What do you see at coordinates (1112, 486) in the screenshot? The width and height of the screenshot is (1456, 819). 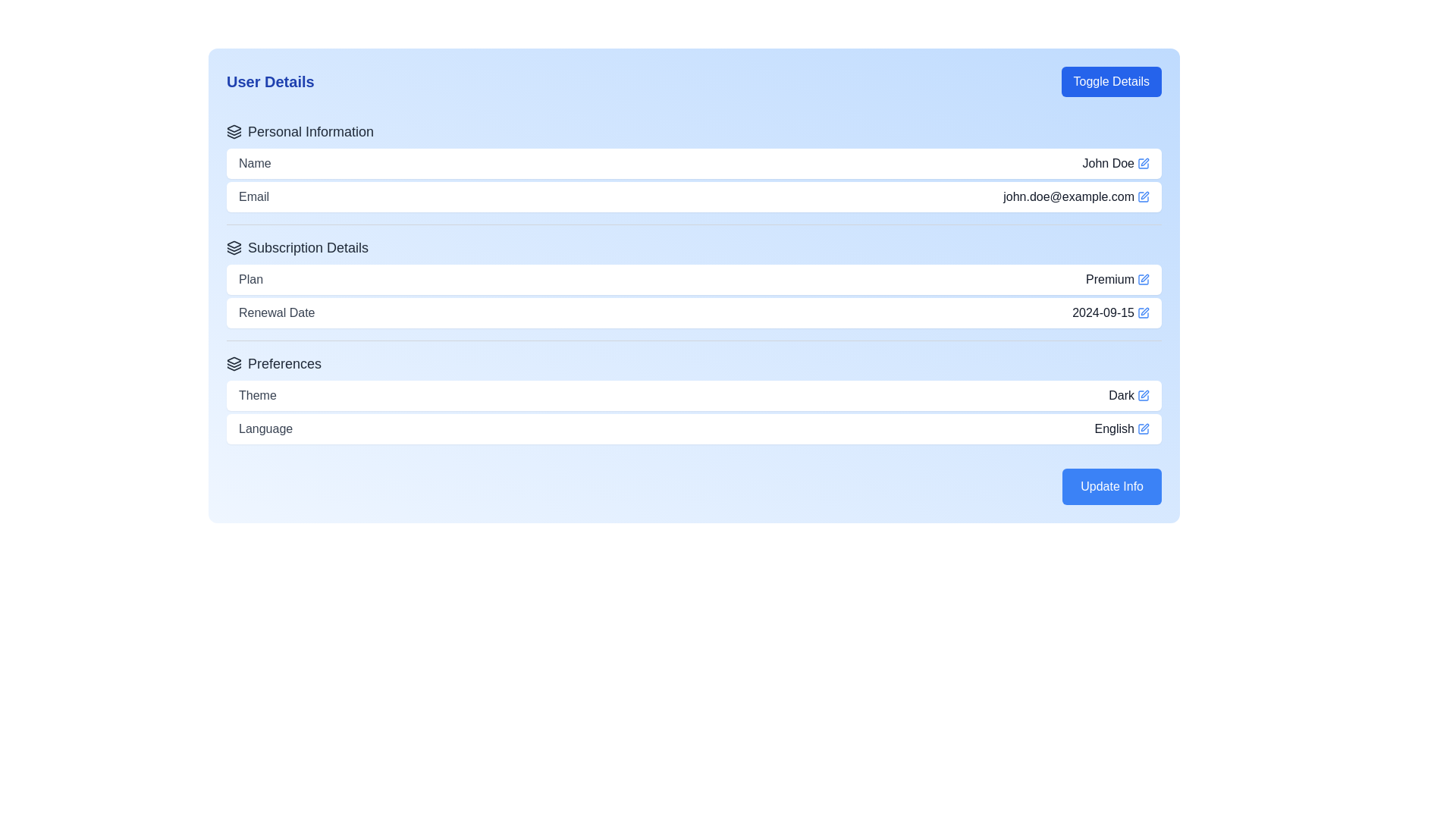 I see `the 'Update Info' button` at bounding box center [1112, 486].